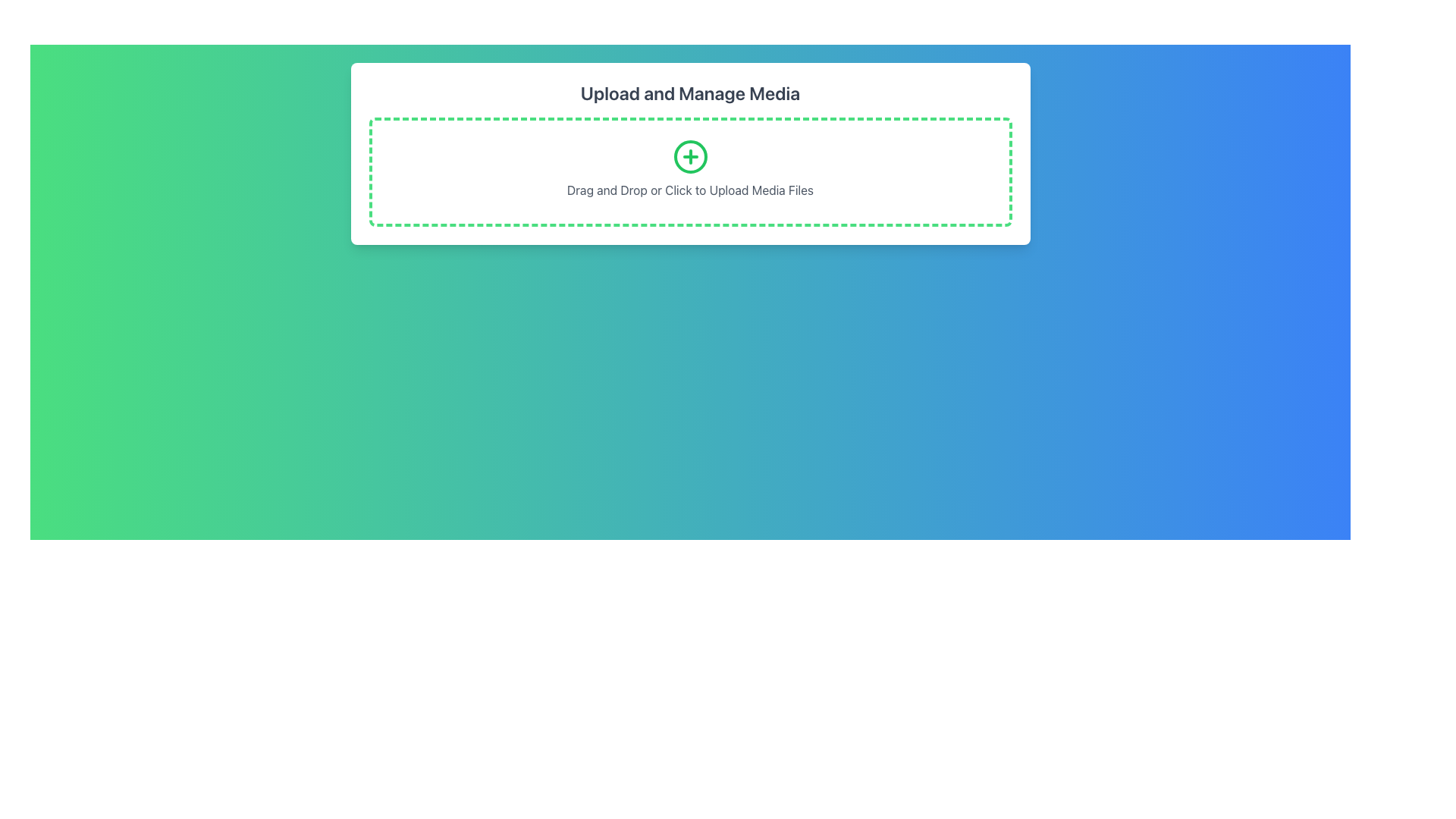  Describe the element at coordinates (689, 171) in the screenshot. I see `files into the File Upload Area located below the 'Upload and Manage Media' text` at that location.